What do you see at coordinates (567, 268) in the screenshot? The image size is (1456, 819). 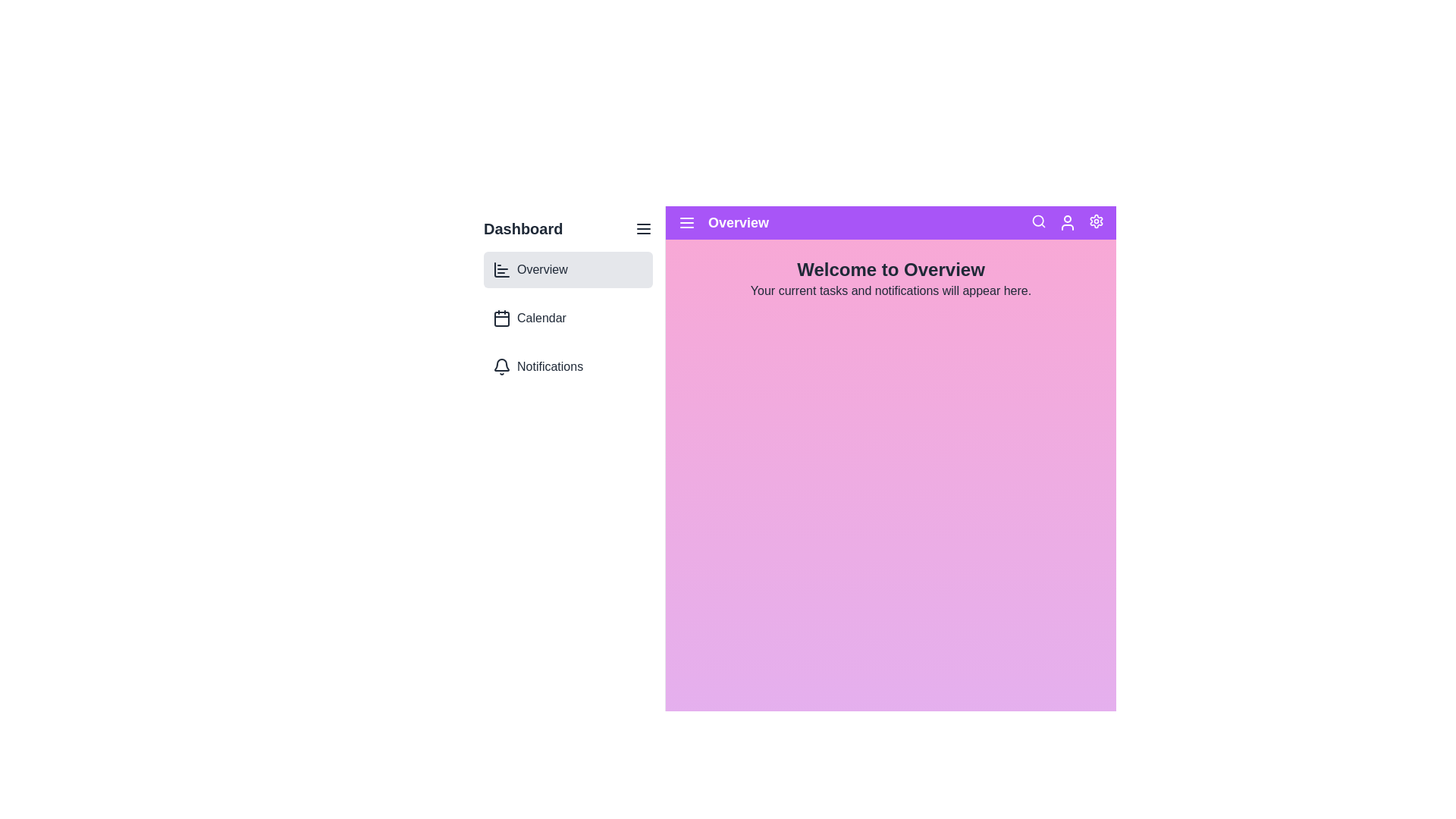 I see `the Overview section of the dashboard` at bounding box center [567, 268].